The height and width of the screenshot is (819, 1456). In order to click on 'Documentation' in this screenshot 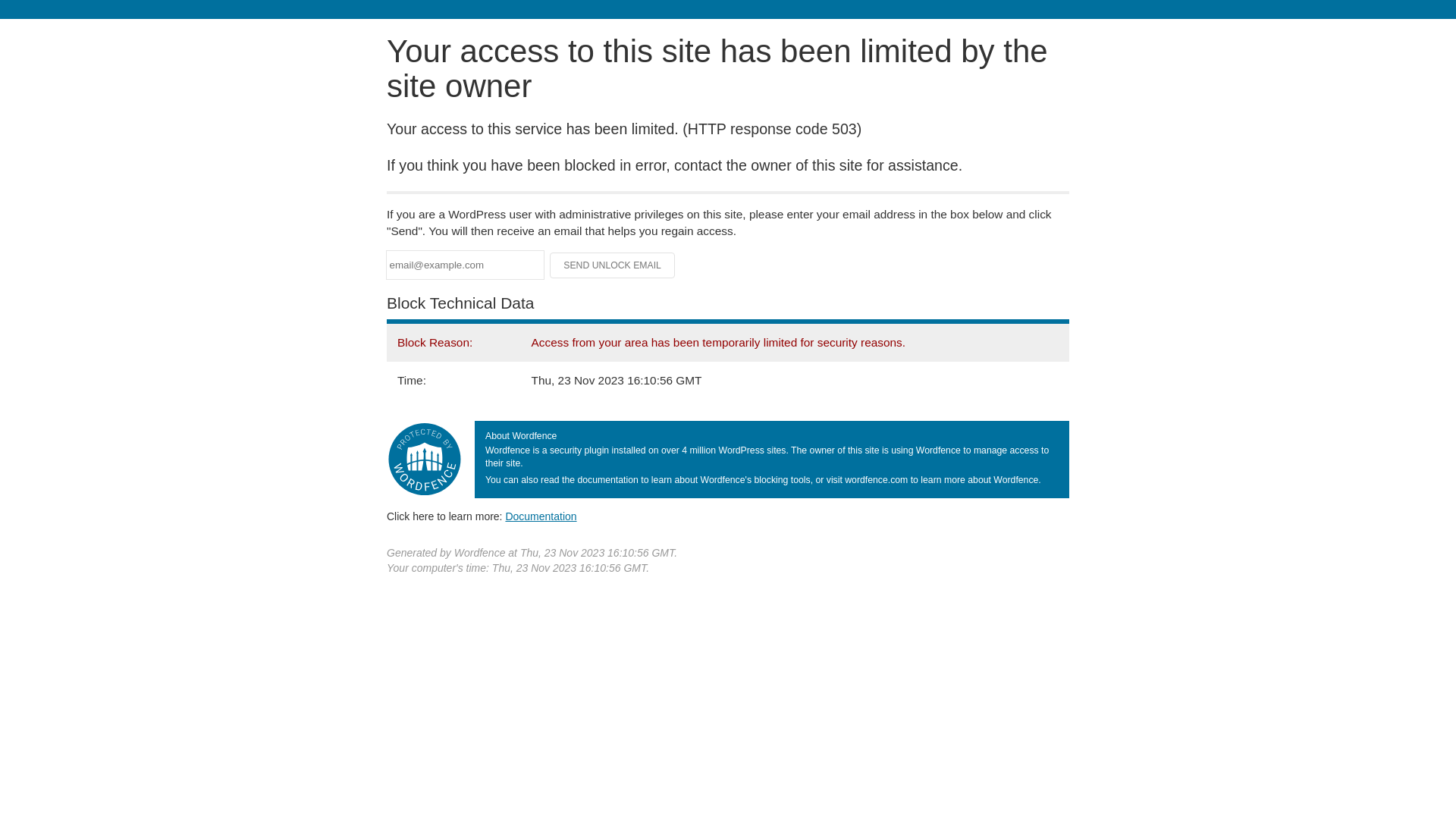, I will do `click(541, 516)`.